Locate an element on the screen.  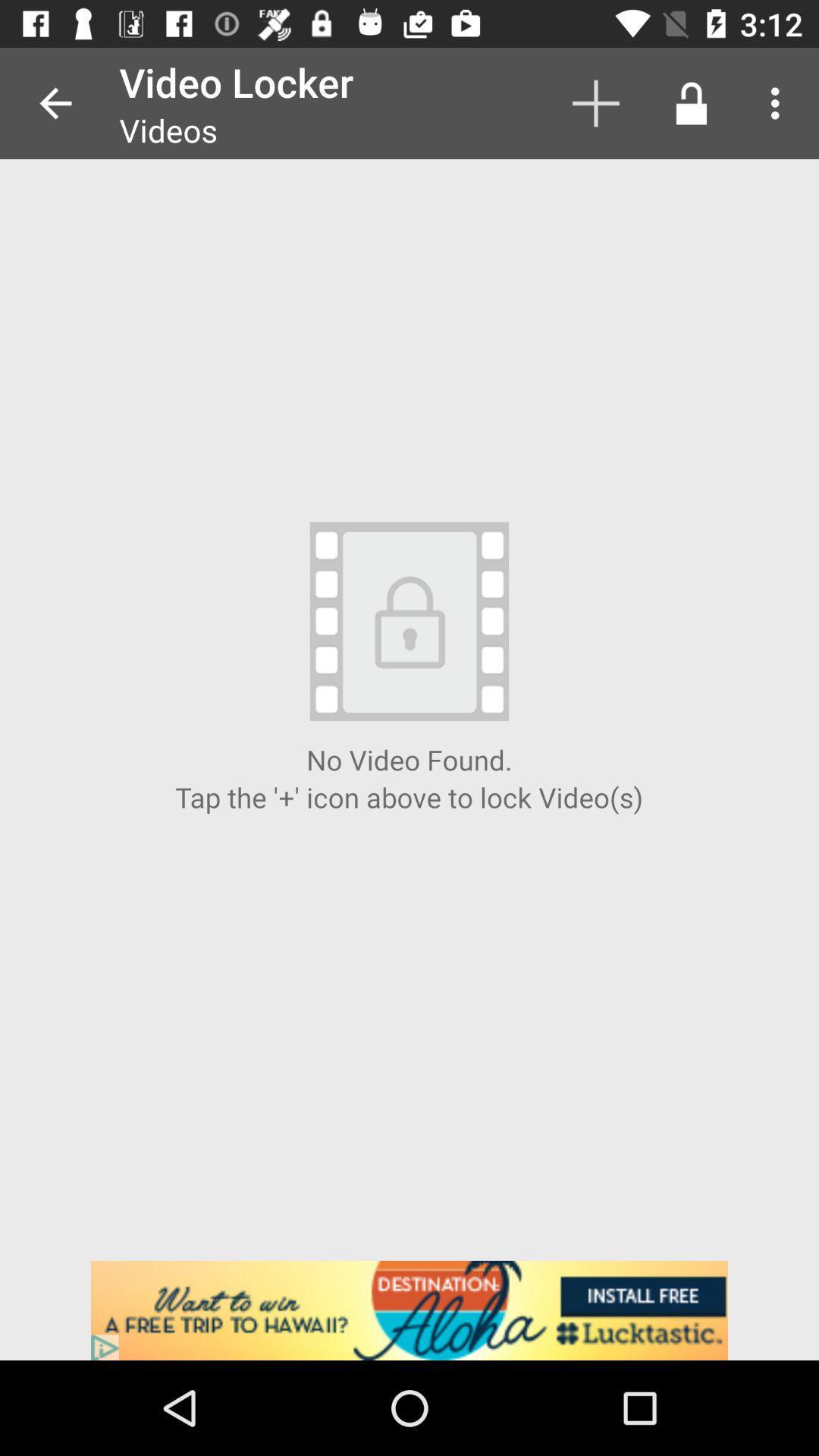
destination aloha advertisement is located at coordinates (409, 1310).